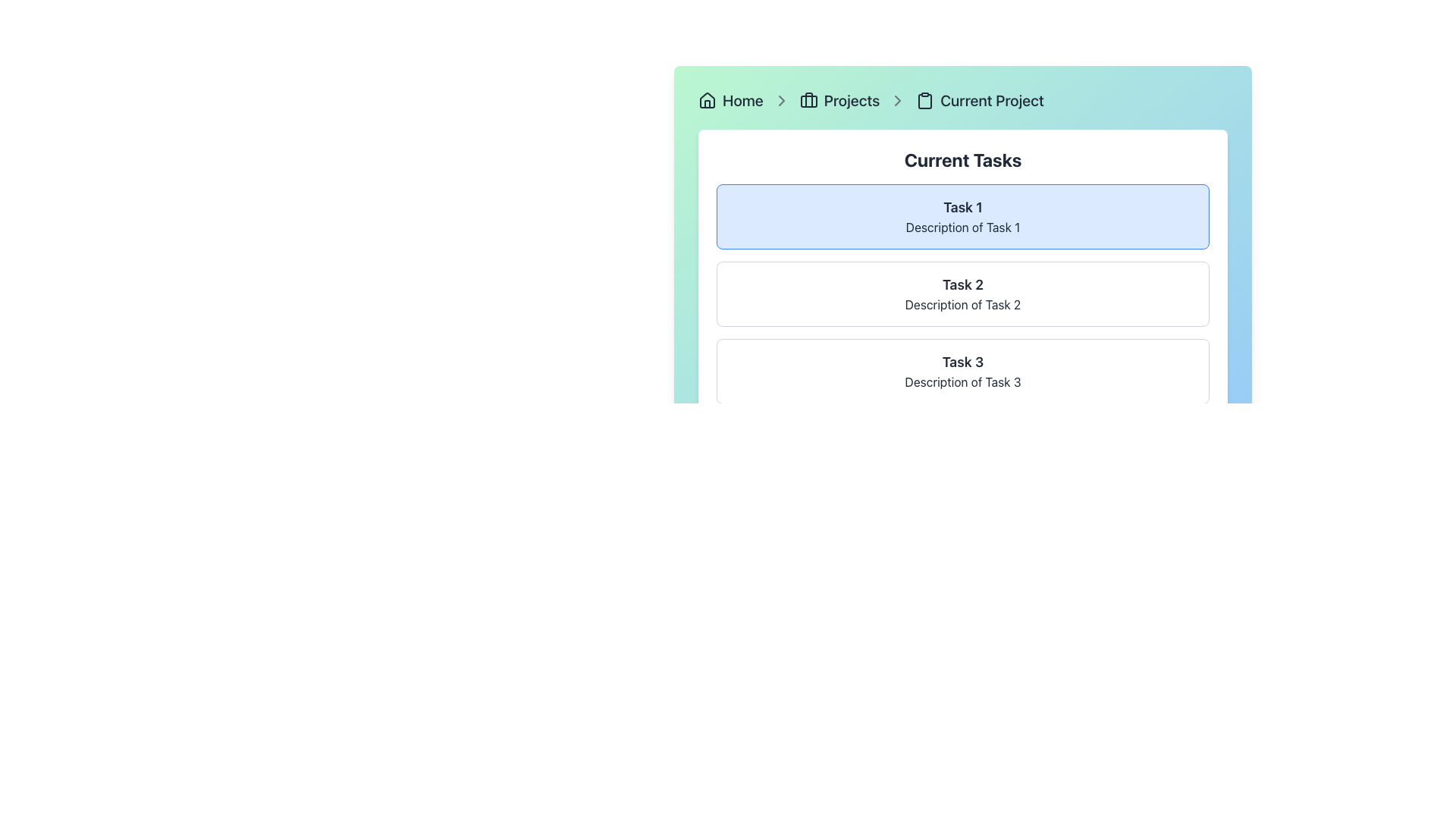  I want to click on the task summary card that is the second in a vertical list of similar cards, so click(962, 294).